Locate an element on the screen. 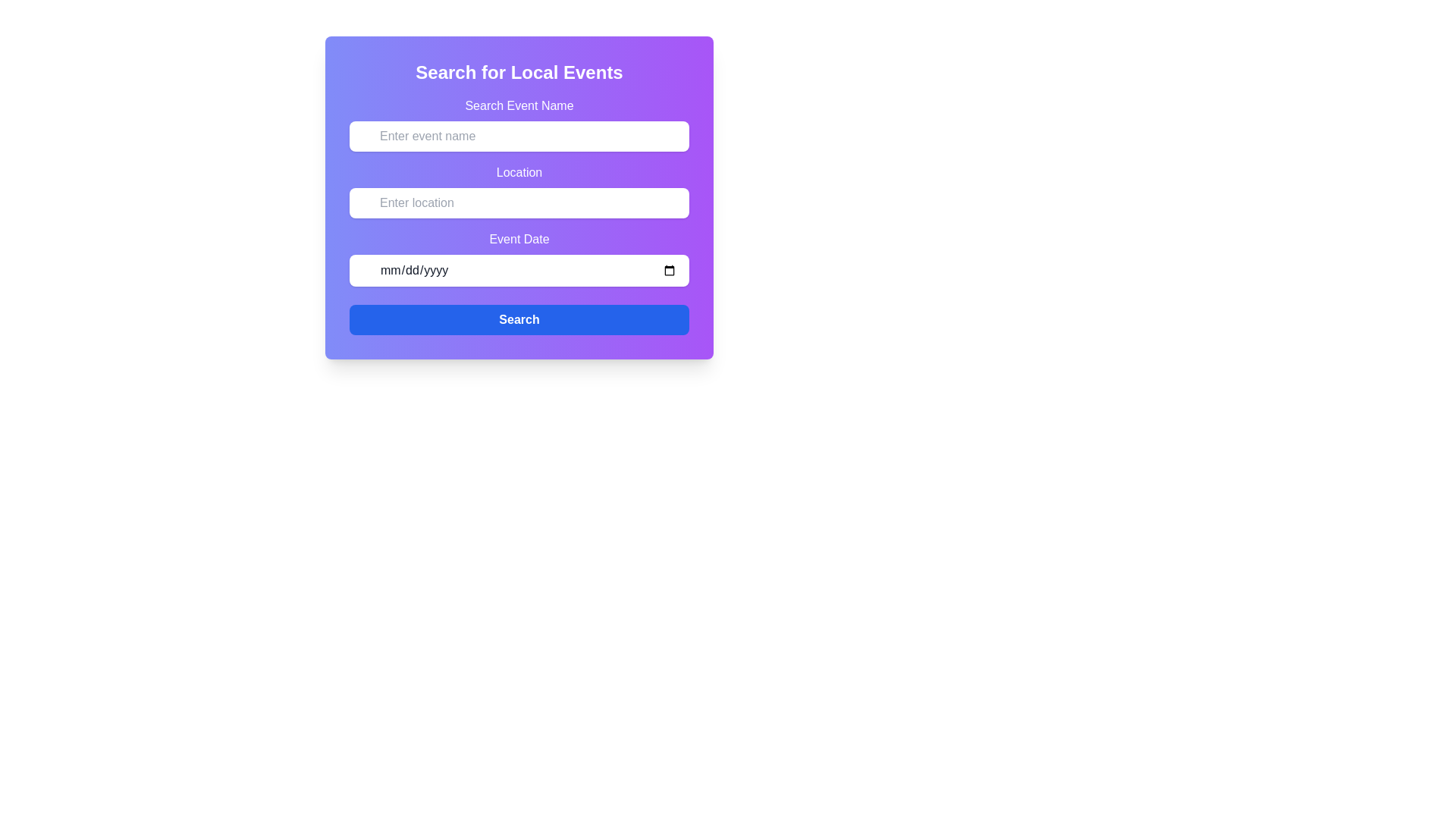 The width and height of the screenshot is (1456, 819). the title text element at the top of the card that indicates the purpose of the subsequent interface elements is located at coordinates (519, 73).